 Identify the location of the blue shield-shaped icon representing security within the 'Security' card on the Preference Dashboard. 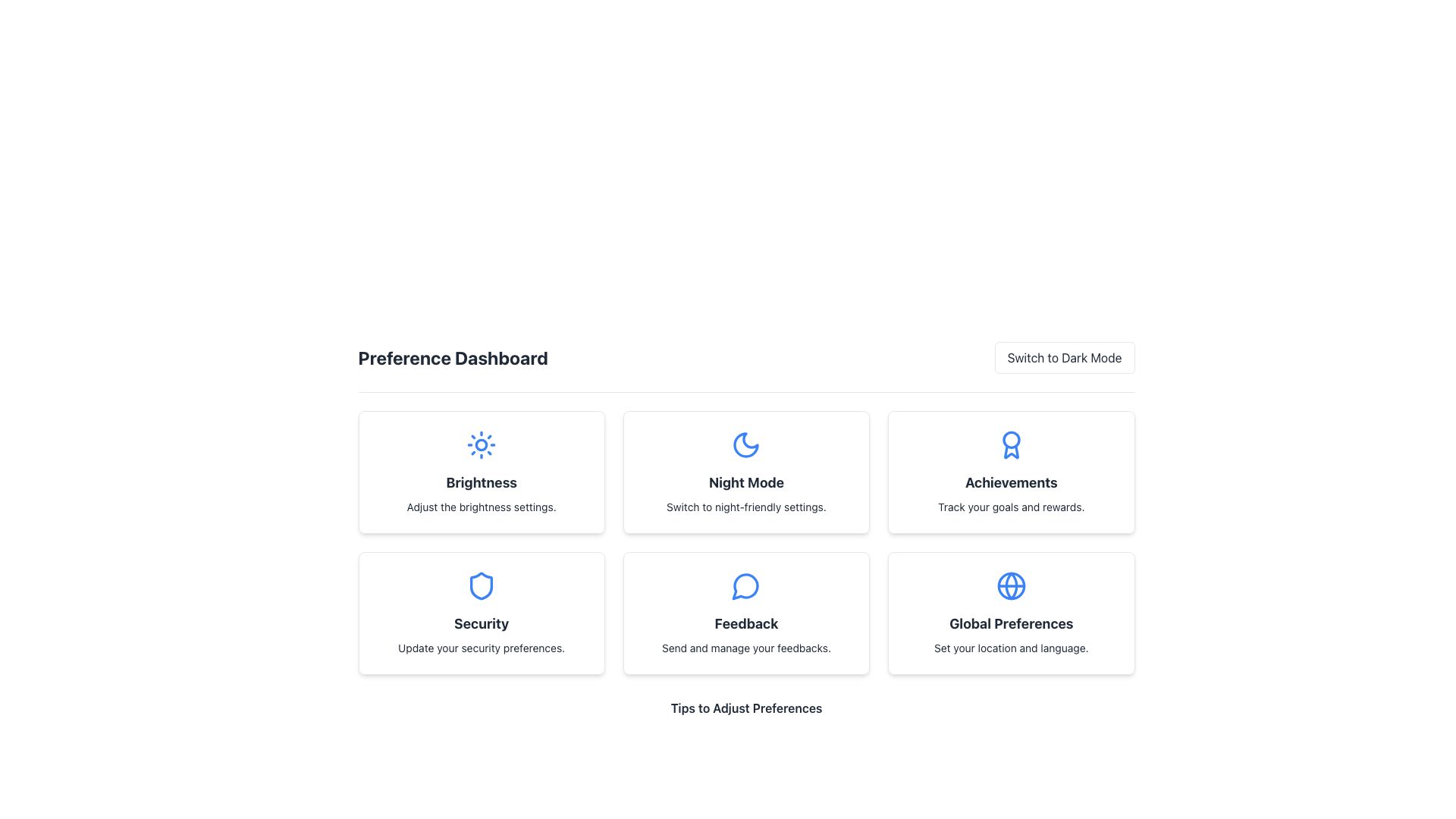
(481, 585).